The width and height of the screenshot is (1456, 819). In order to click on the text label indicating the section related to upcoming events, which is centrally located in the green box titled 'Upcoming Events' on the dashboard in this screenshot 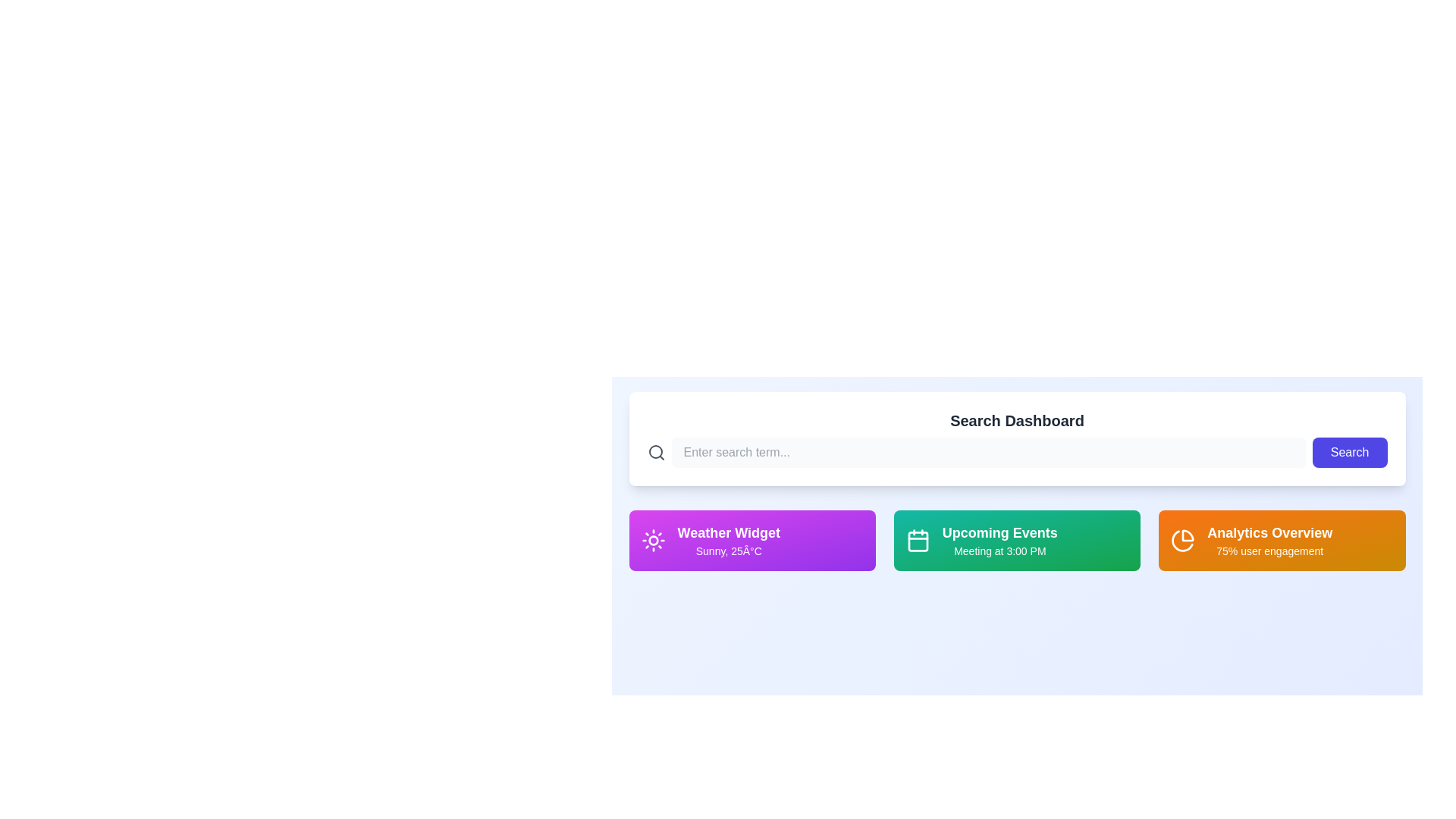, I will do `click(999, 532)`.